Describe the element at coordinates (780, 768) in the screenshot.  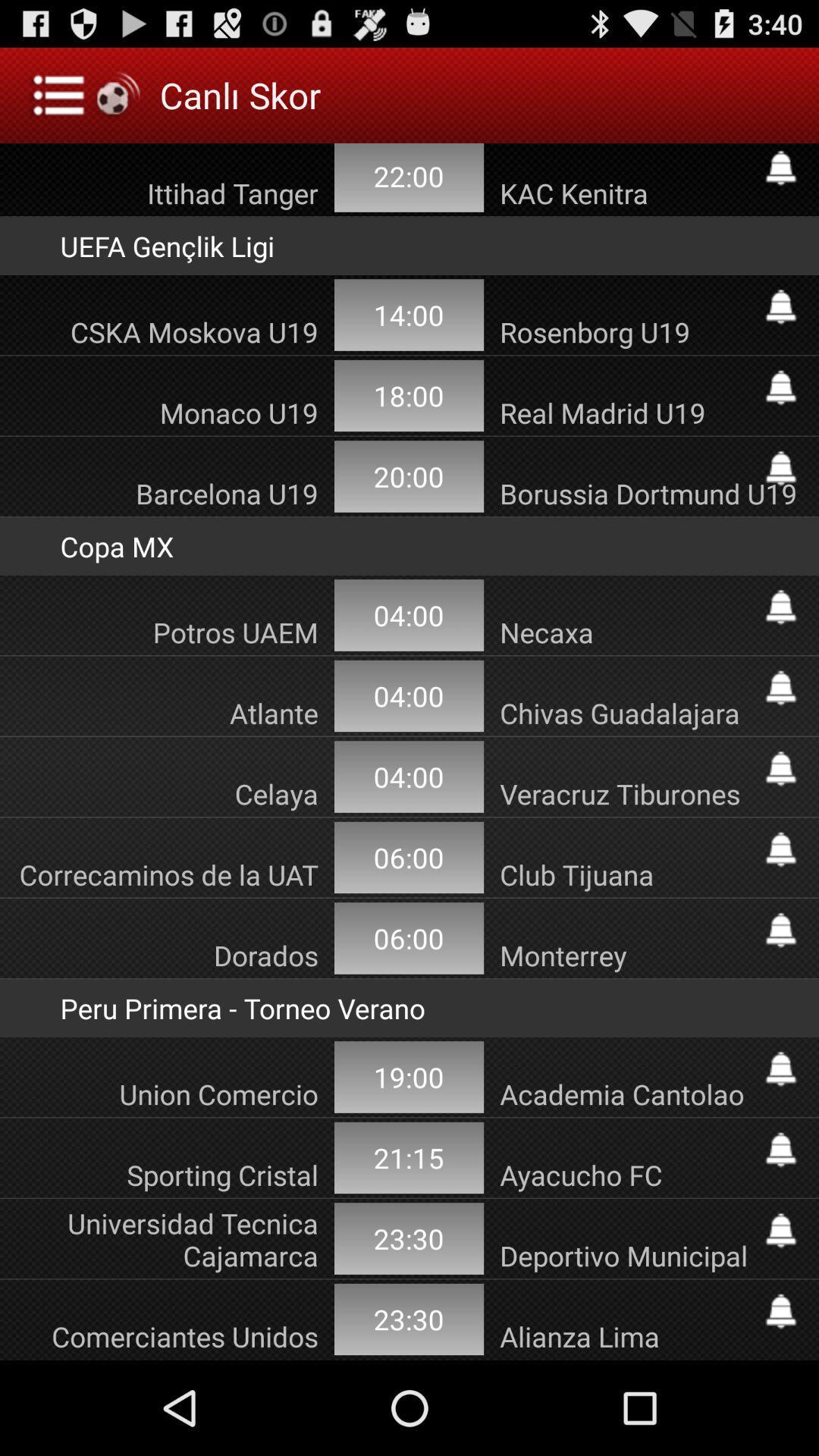
I see `turn on alerts` at that location.